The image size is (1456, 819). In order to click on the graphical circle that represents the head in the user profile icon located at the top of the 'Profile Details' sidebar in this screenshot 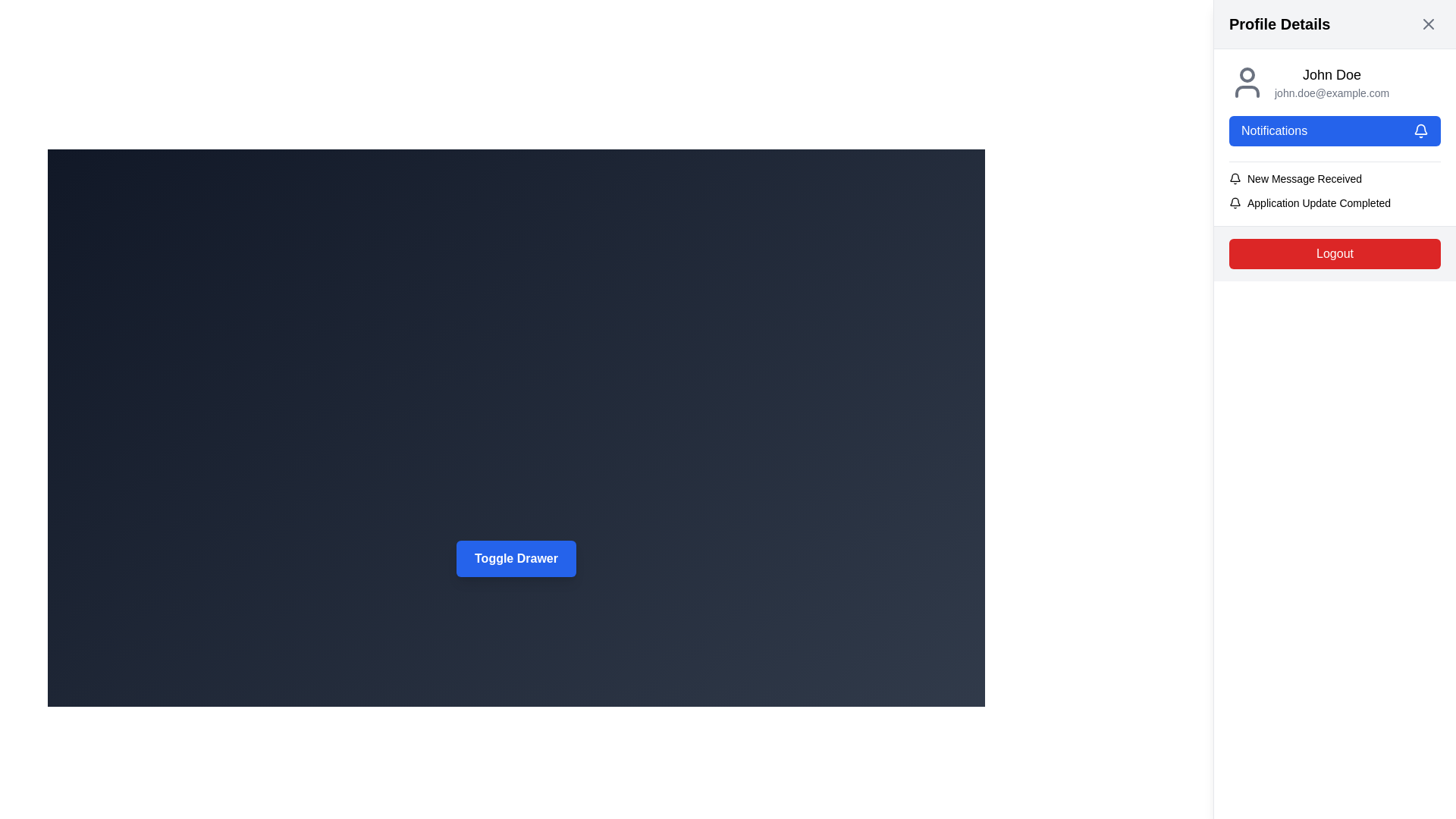, I will do `click(1247, 75)`.